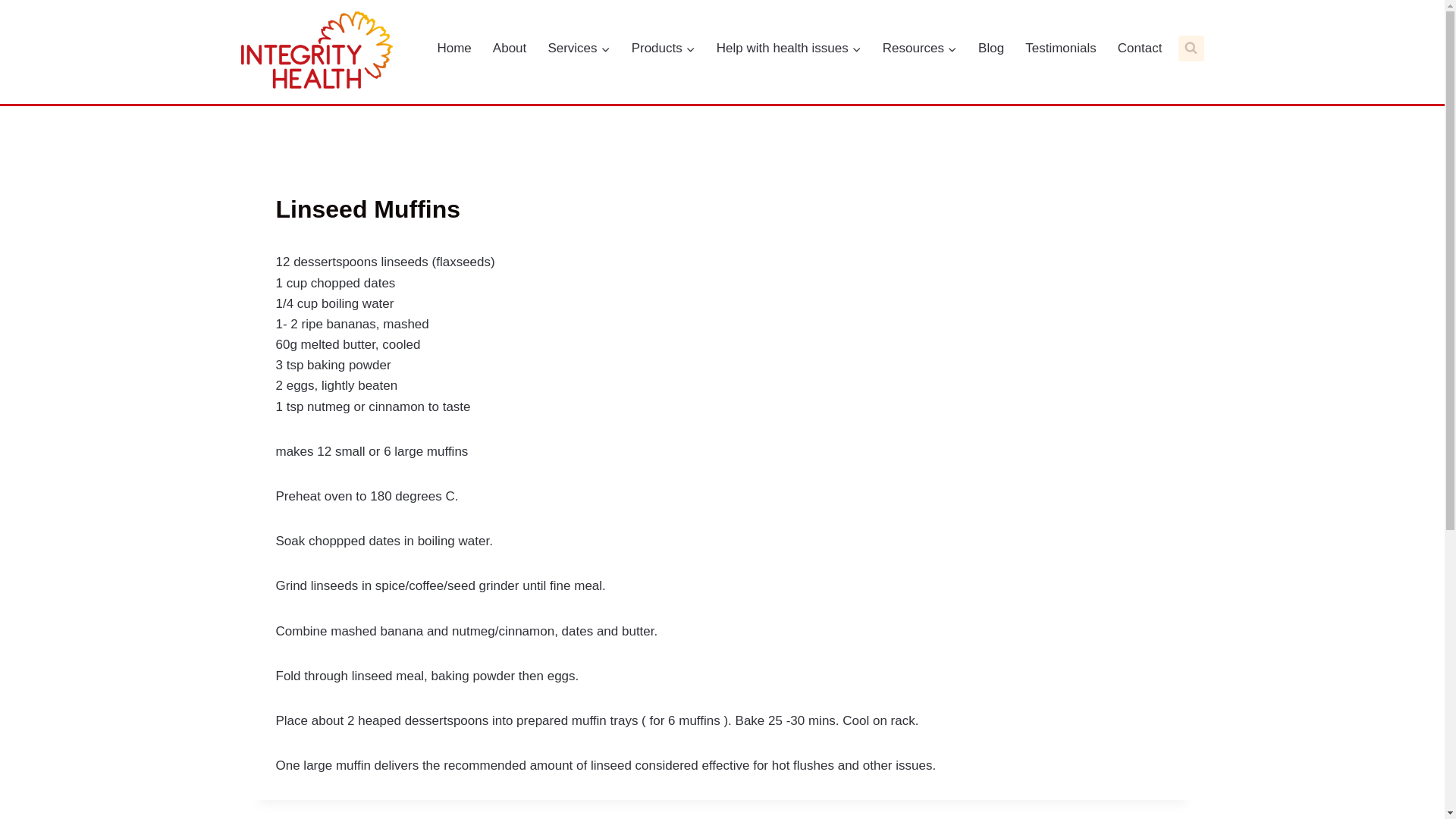  What do you see at coordinates (708, 48) in the screenshot?
I see `'Help with health issues'` at bounding box center [708, 48].